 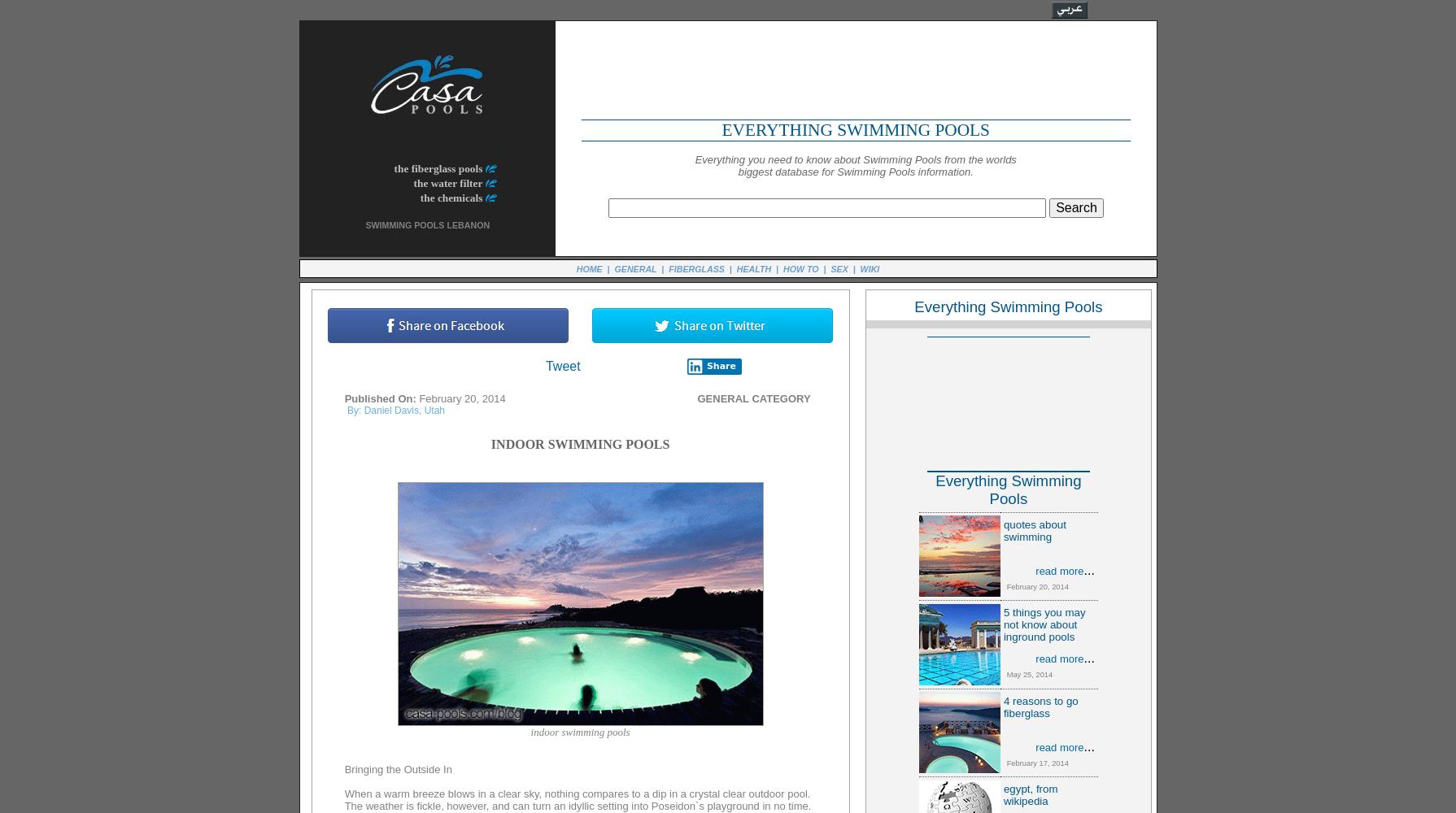 What do you see at coordinates (1026, 674) in the screenshot?
I see `'May 25, 2014'` at bounding box center [1026, 674].